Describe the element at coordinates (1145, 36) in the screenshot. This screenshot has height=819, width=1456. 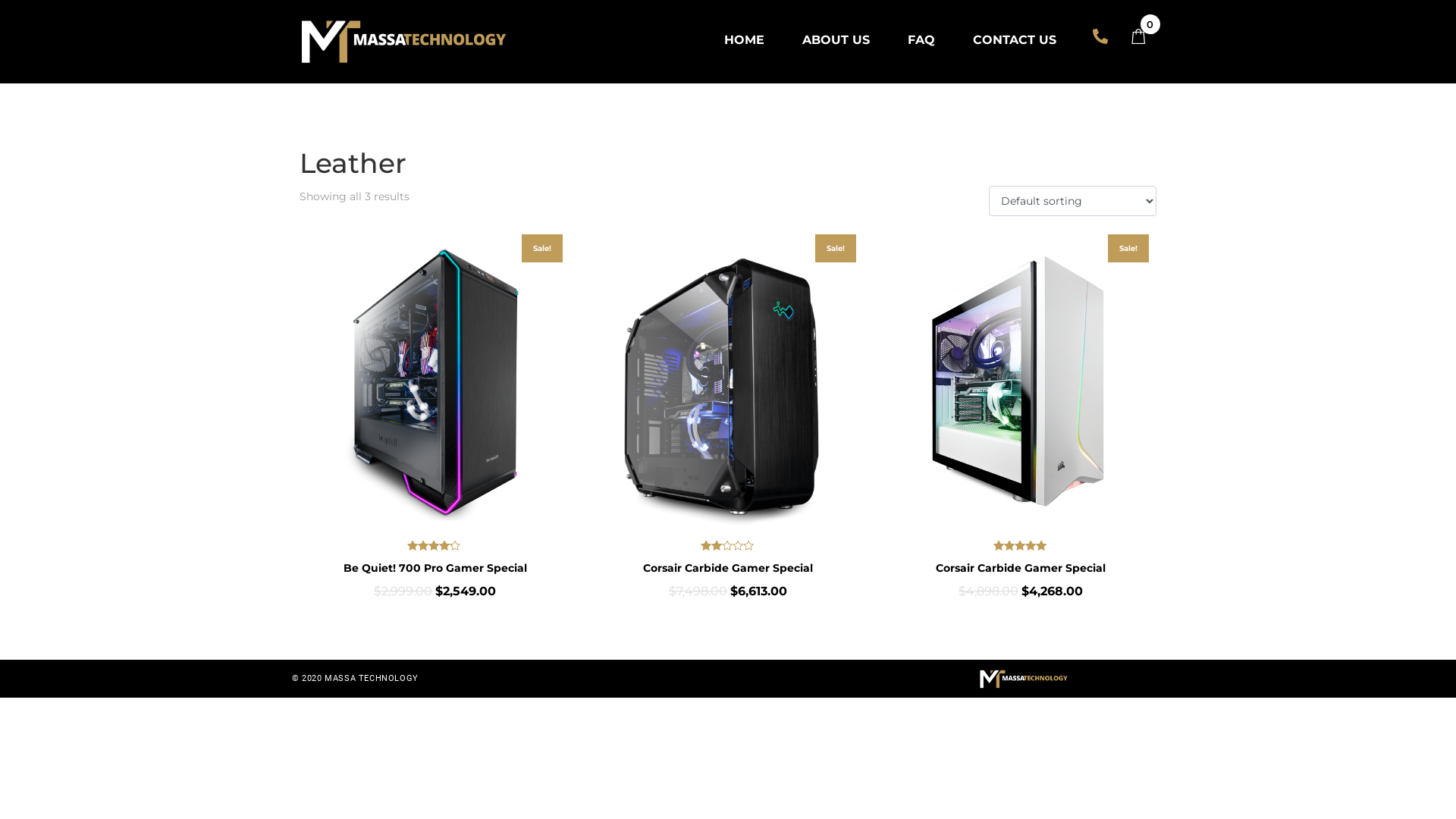
I see `'0'` at that location.